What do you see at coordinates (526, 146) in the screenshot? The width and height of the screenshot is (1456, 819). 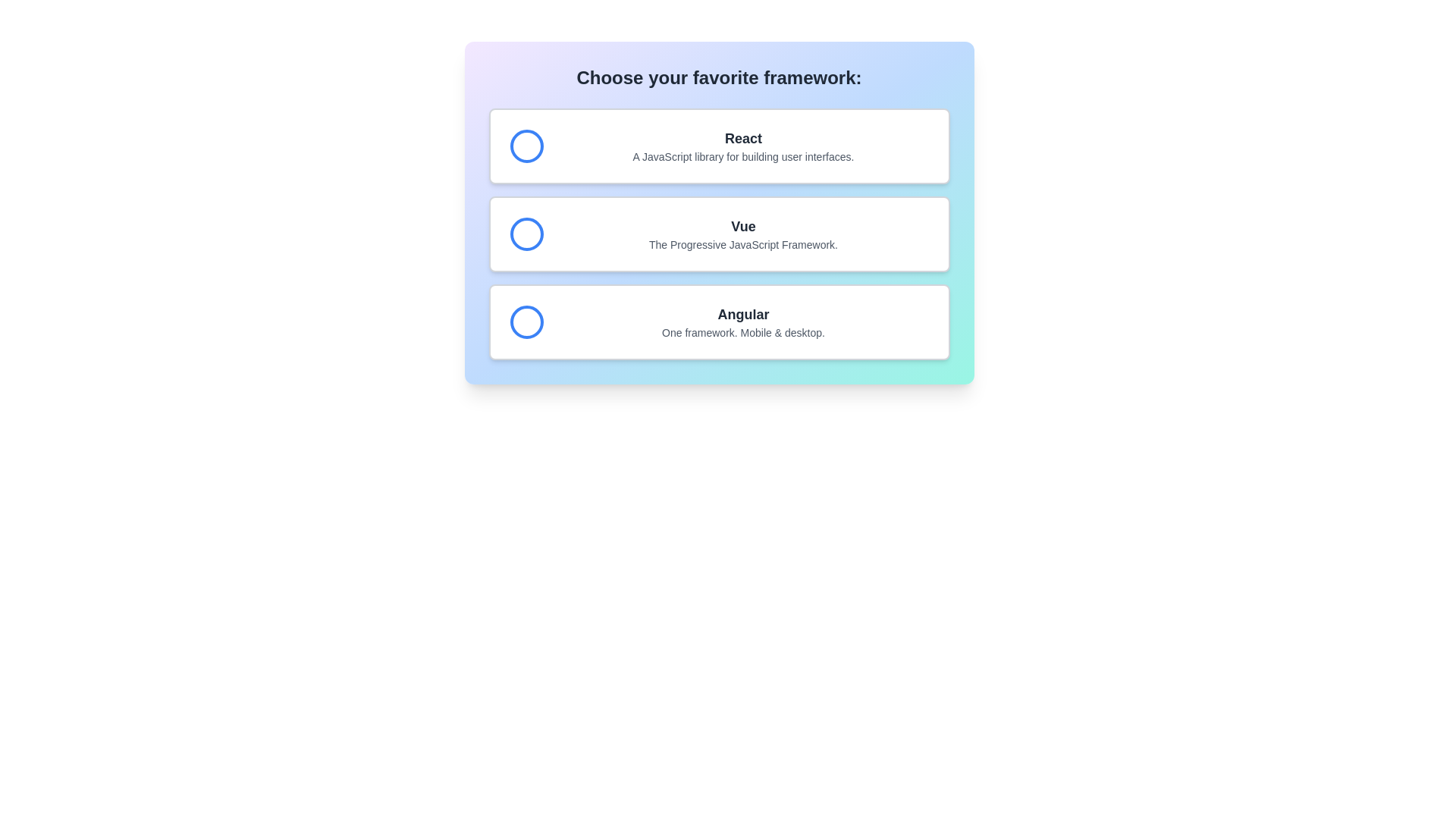 I see `the blue outlined circular radio button located to the left of the label 'React' in the first row of the list for keyboard navigation` at bounding box center [526, 146].